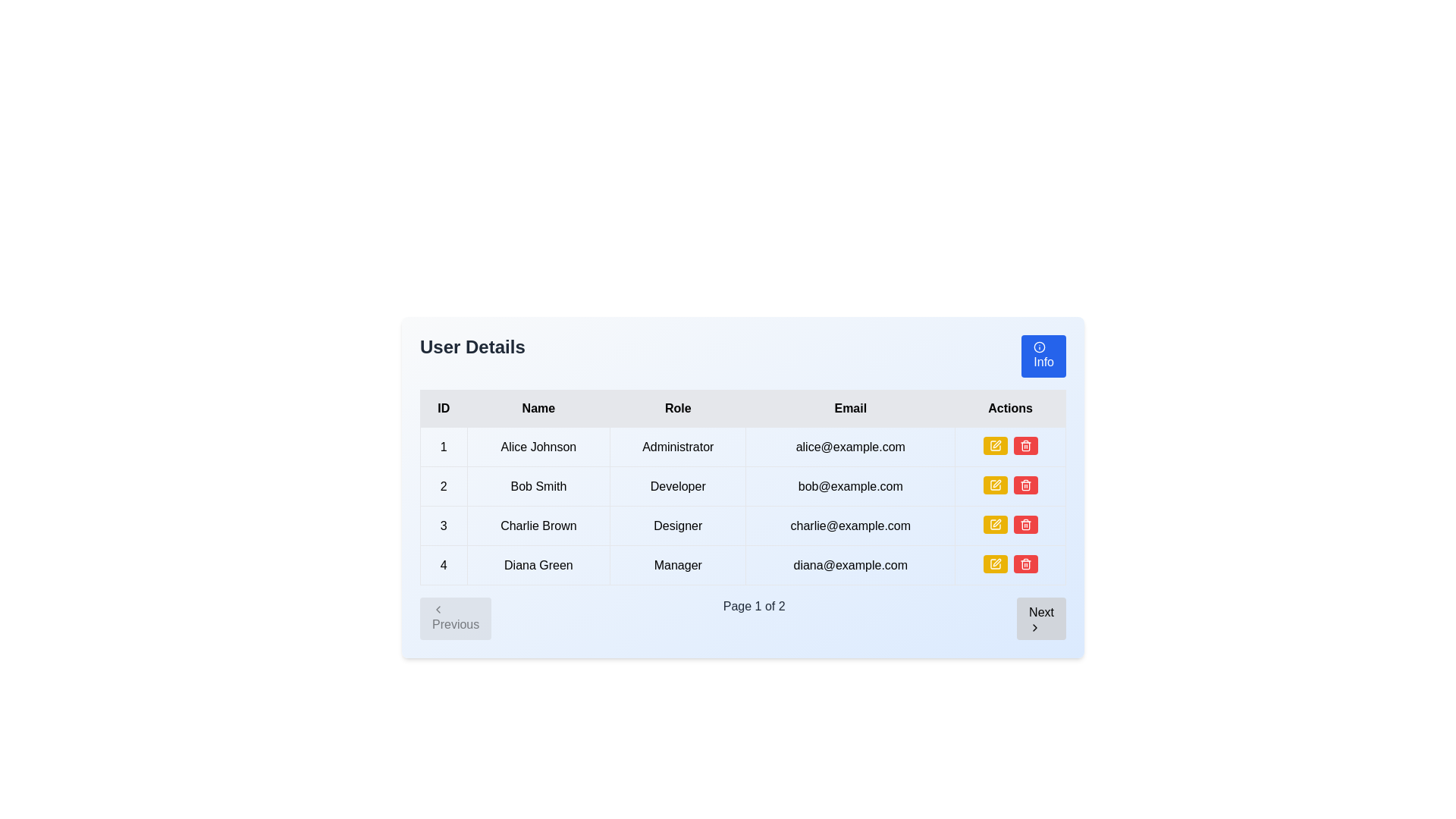 The width and height of the screenshot is (1456, 819). I want to click on the 'Role' text label in the table header, which is the third column header in a row of headers that includes 'ID', 'Name', 'Role', 'Email', and 'Actions'. It has a bold style and a light gray background, so click(677, 408).